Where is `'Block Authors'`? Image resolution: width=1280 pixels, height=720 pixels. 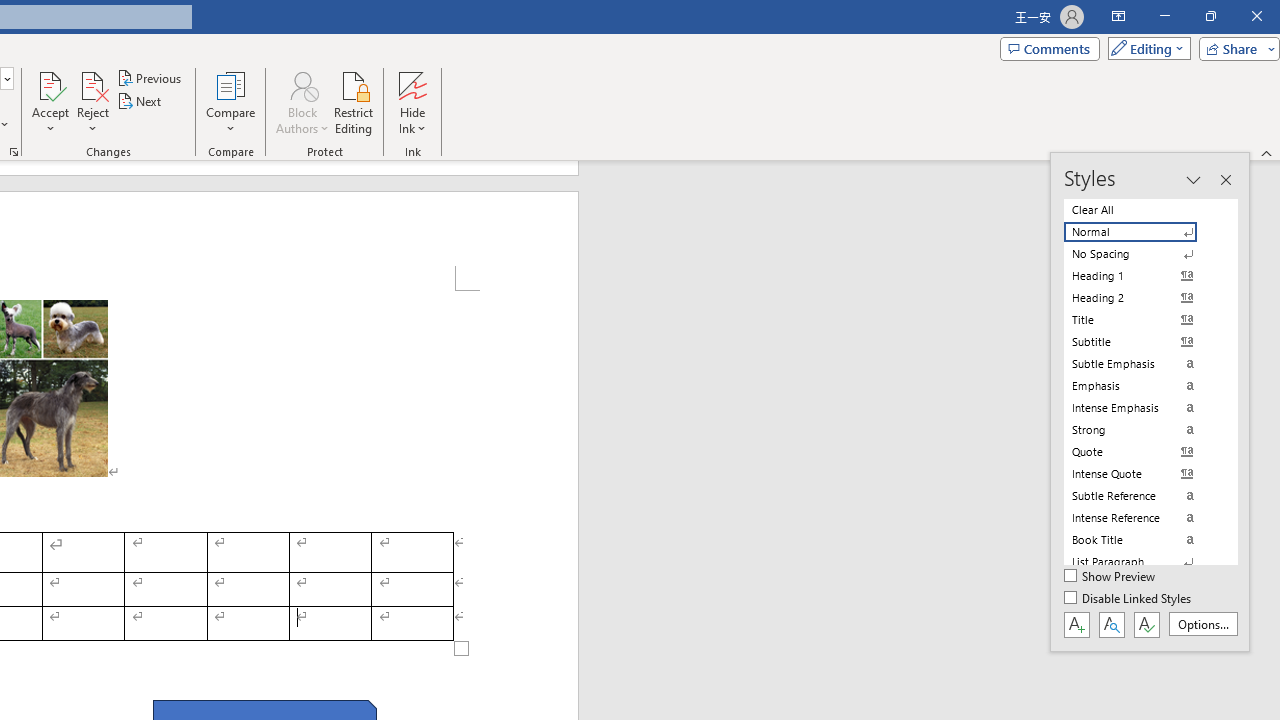
'Block Authors' is located at coordinates (301, 103).